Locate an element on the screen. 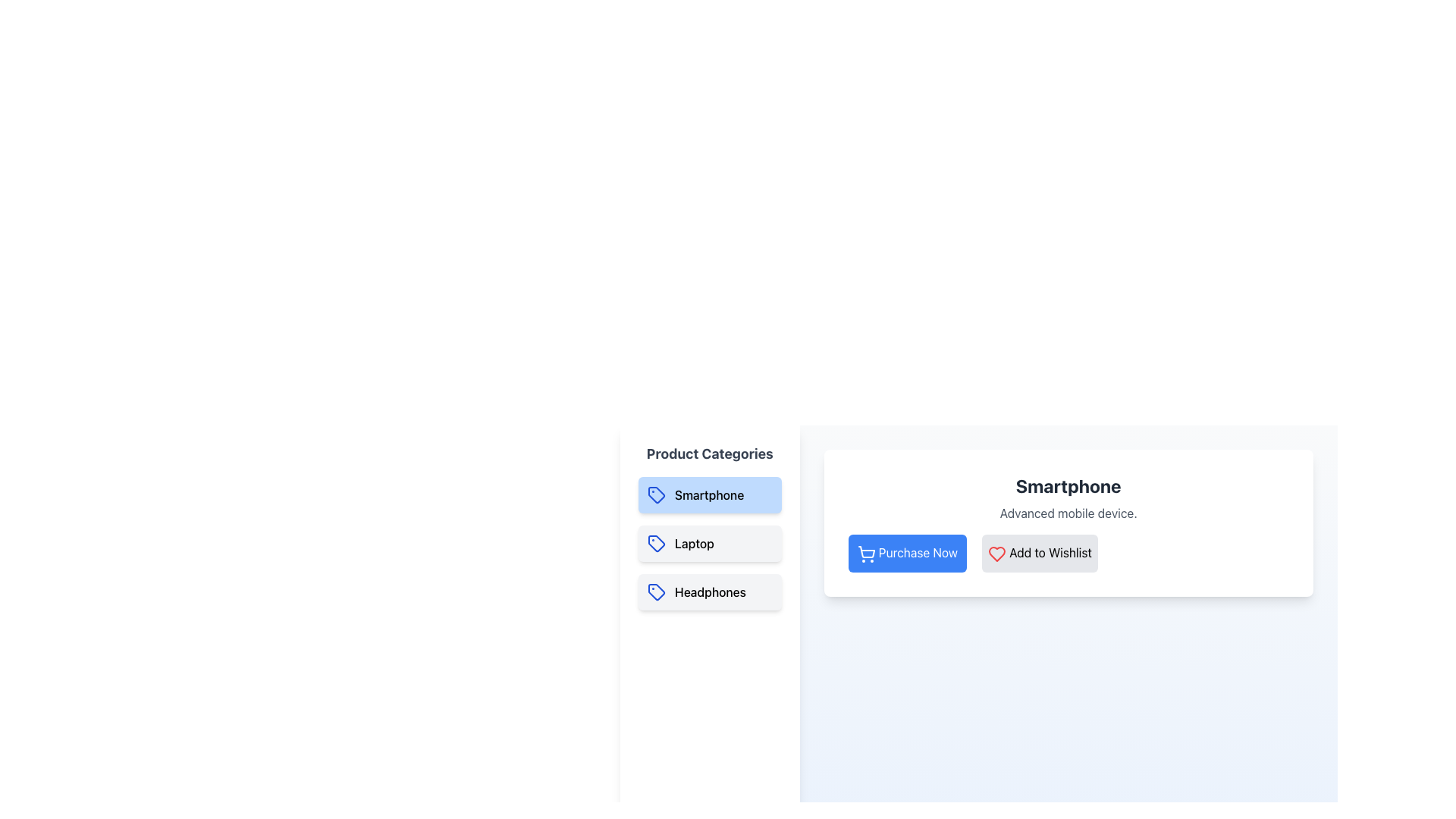 The width and height of the screenshot is (1456, 819). the 'Purchase Now' button, which features a shopping cart icon on its left side is located at coordinates (866, 551).